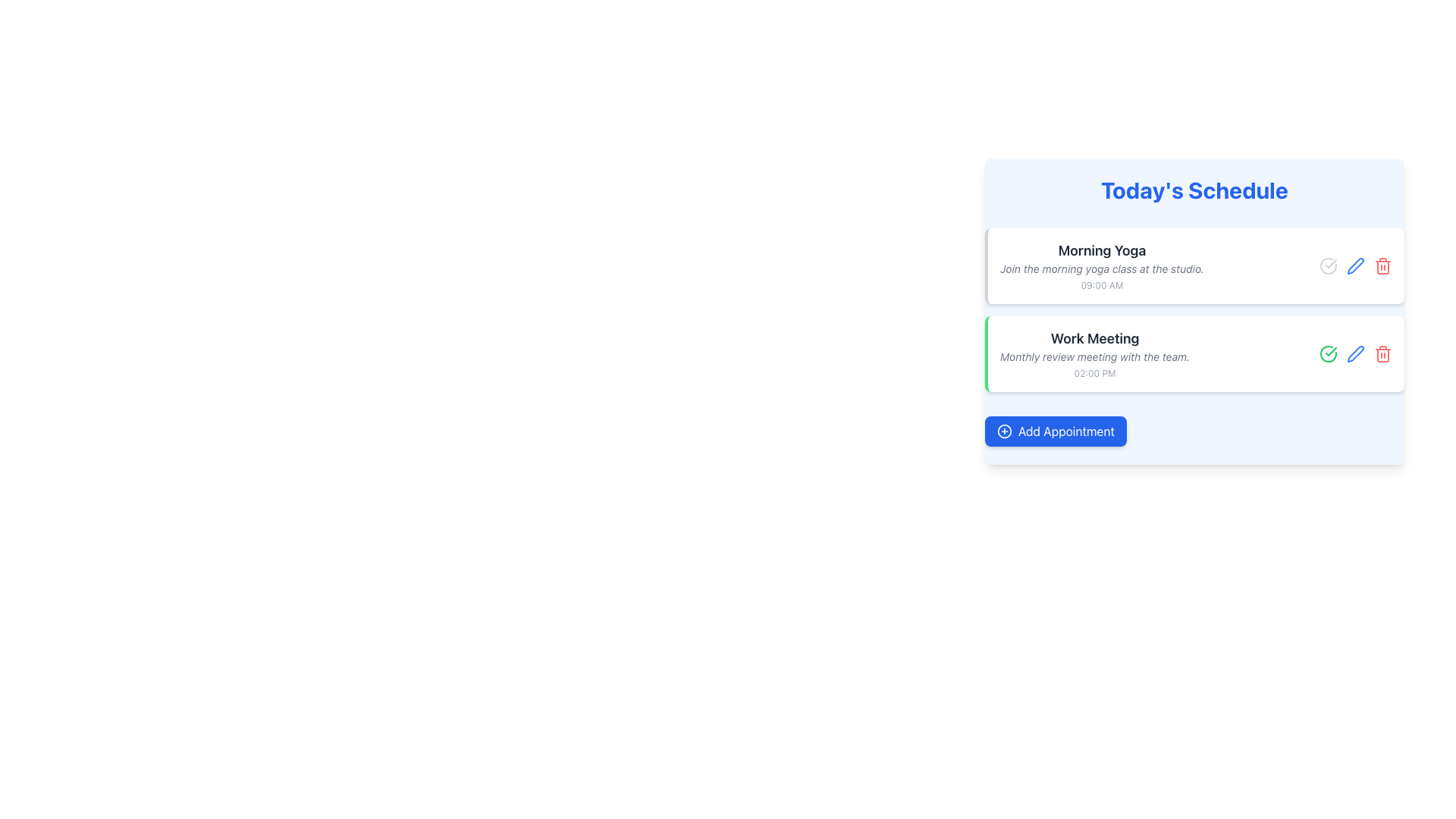 The image size is (1456, 819). Describe the element at coordinates (1356, 353) in the screenshot. I see `the pen icon button, which is the third icon in a horizontal row aligned to the far right of the 'Work Meeting' entry in the 'Today's Schedule' section` at that location.